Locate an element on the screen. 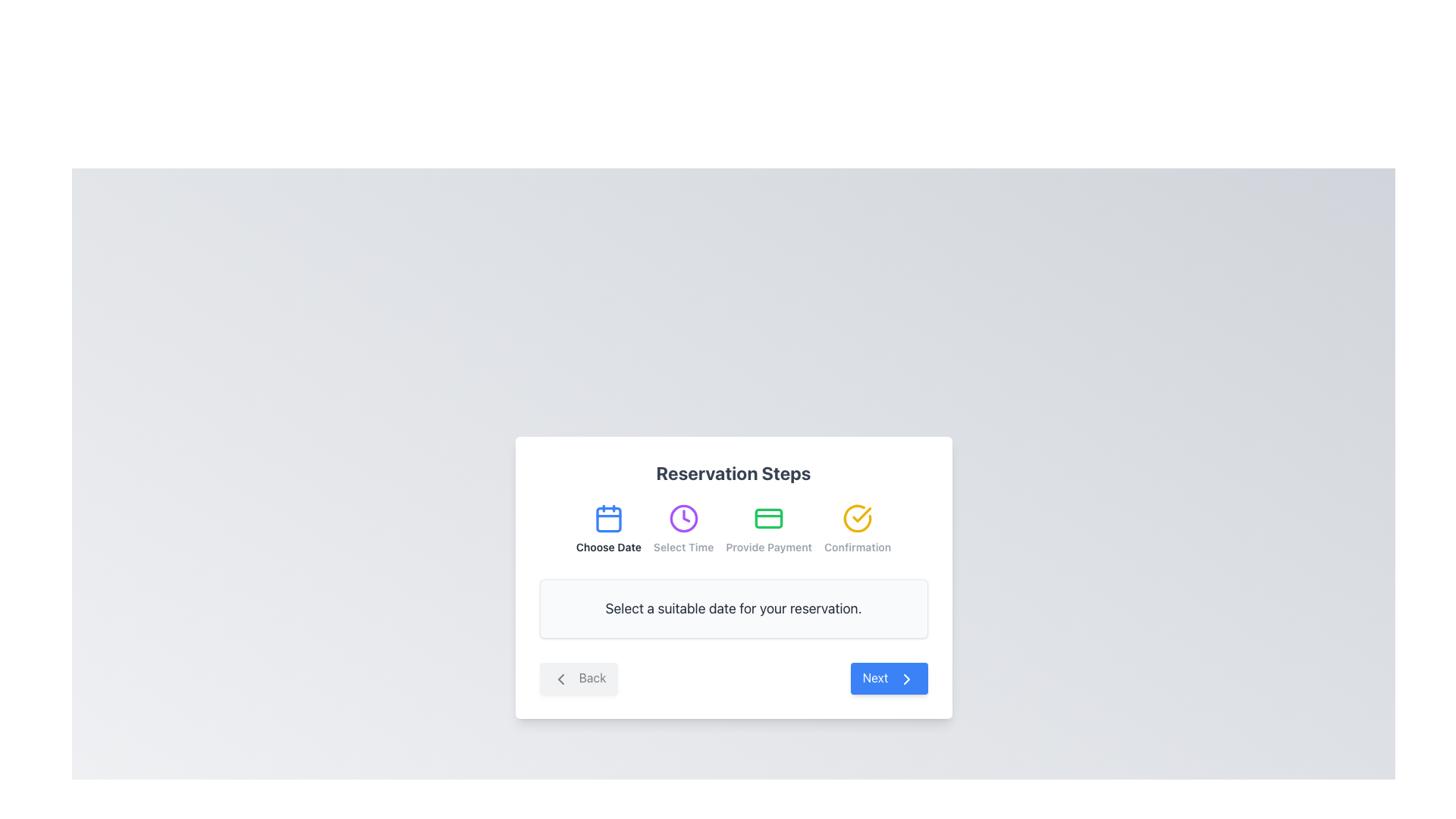 The width and height of the screenshot is (1456, 819). the purple clock icon in the step navigation UI labeled 'Select Time', which is the second icon in a row of four under 'Reservation Steps' is located at coordinates (682, 518).